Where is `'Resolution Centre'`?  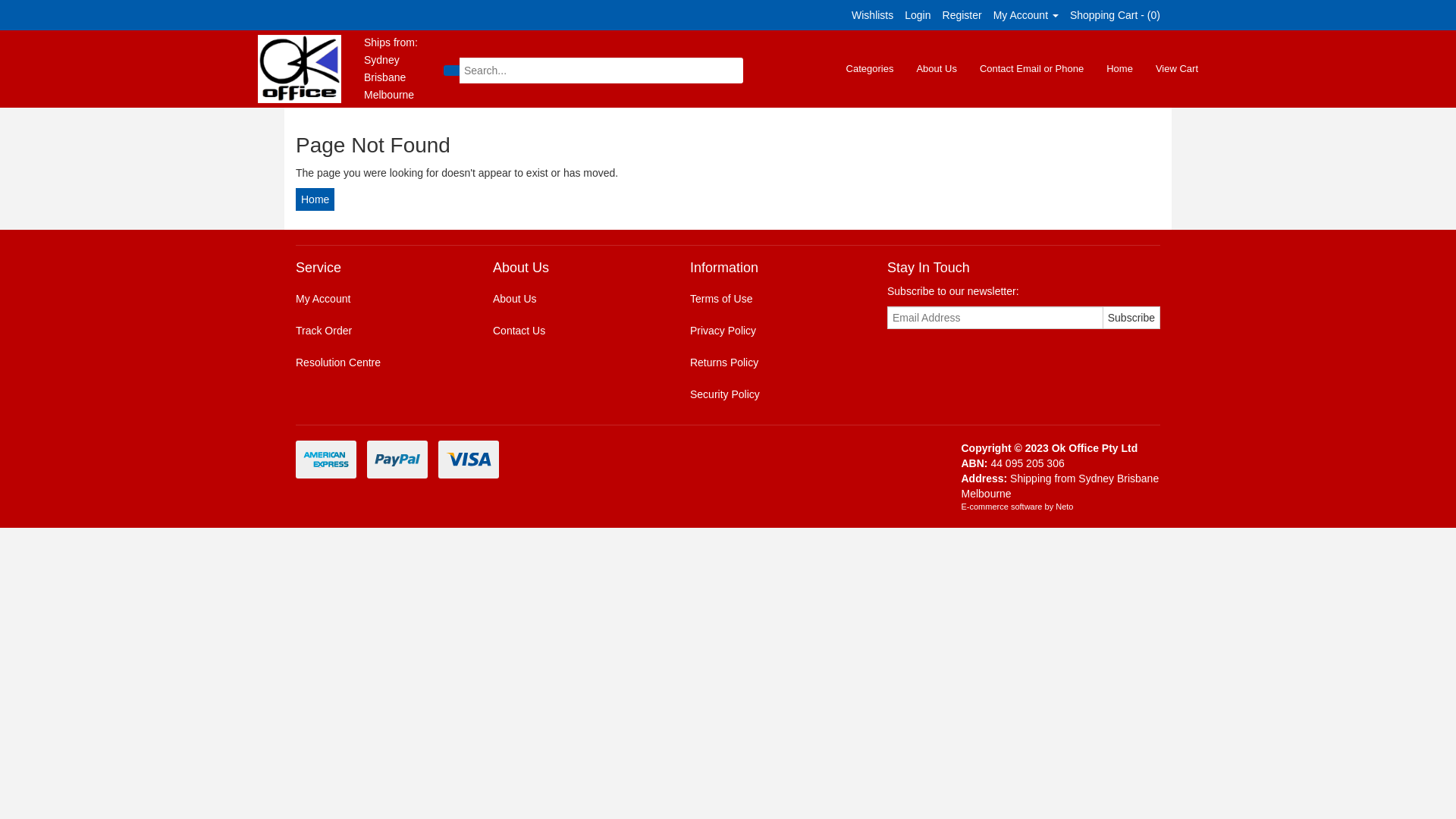
'Resolution Centre' is located at coordinates (284, 362).